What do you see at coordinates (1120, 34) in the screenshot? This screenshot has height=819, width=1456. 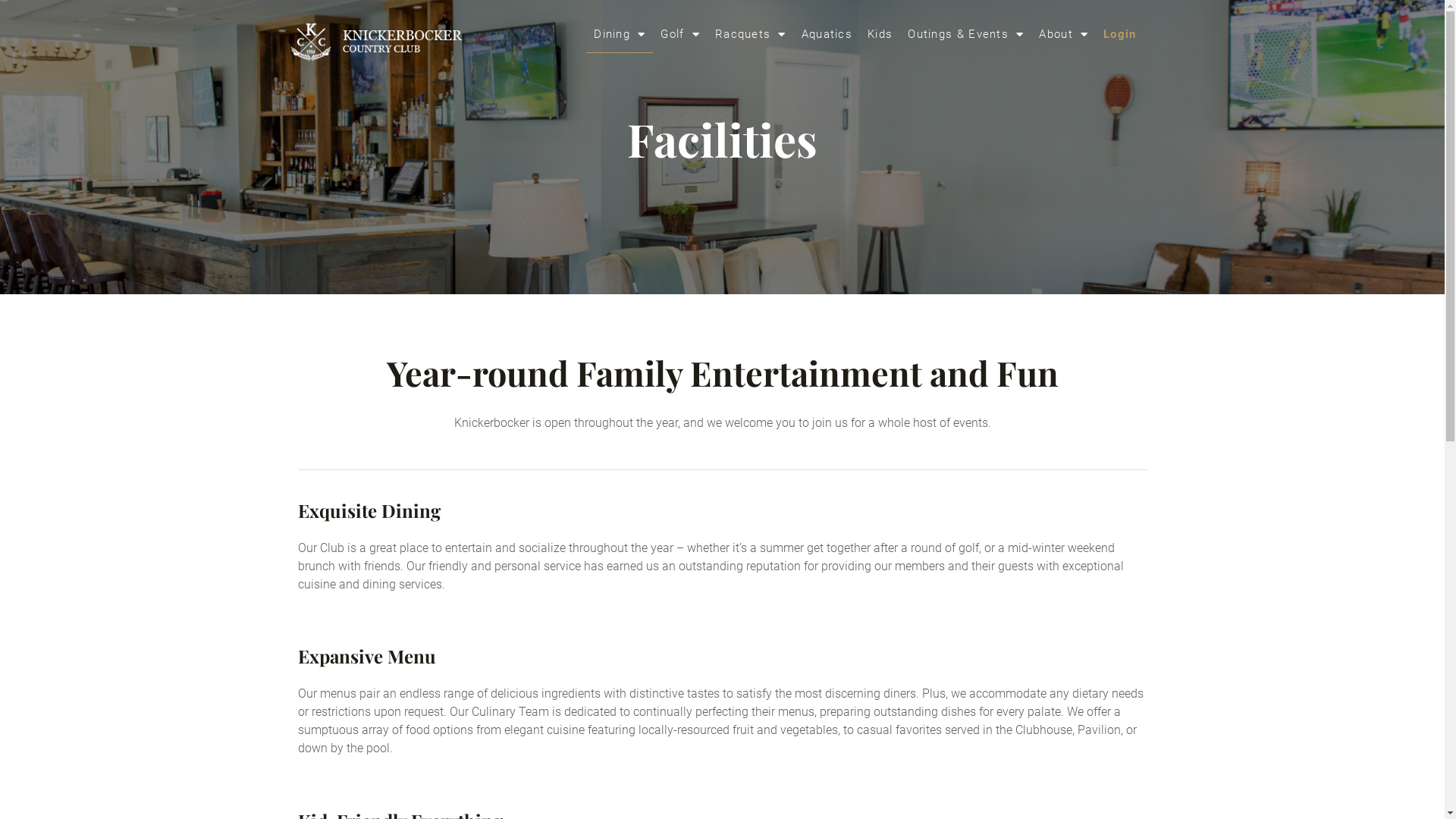 I see `'Login'` at bounding box center [1120, 34].